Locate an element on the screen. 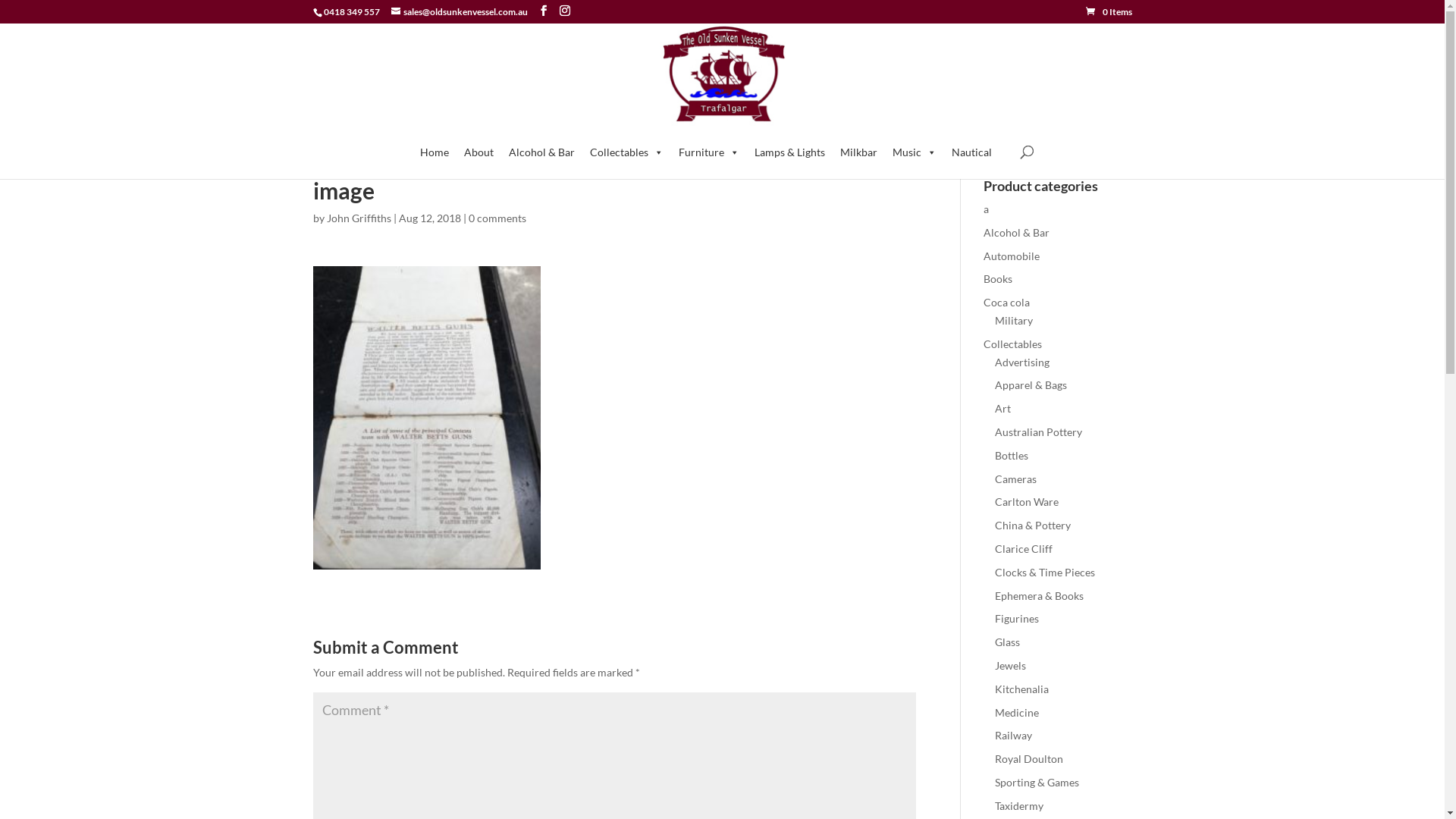  'Clarice Cliff' is located at coordinates (994, 548).